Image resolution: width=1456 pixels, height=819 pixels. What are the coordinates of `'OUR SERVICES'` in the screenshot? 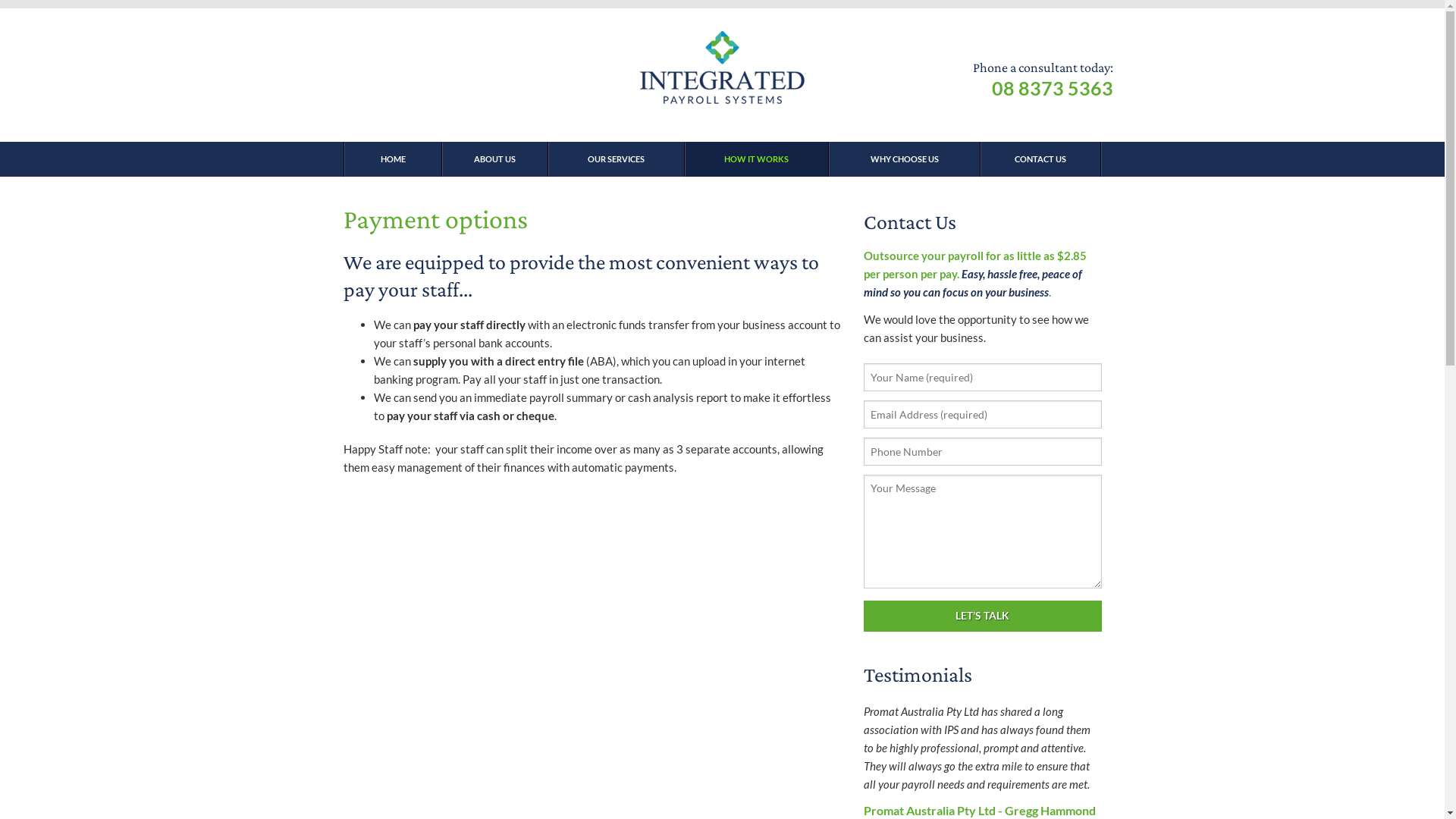 It's located at (546, 158).